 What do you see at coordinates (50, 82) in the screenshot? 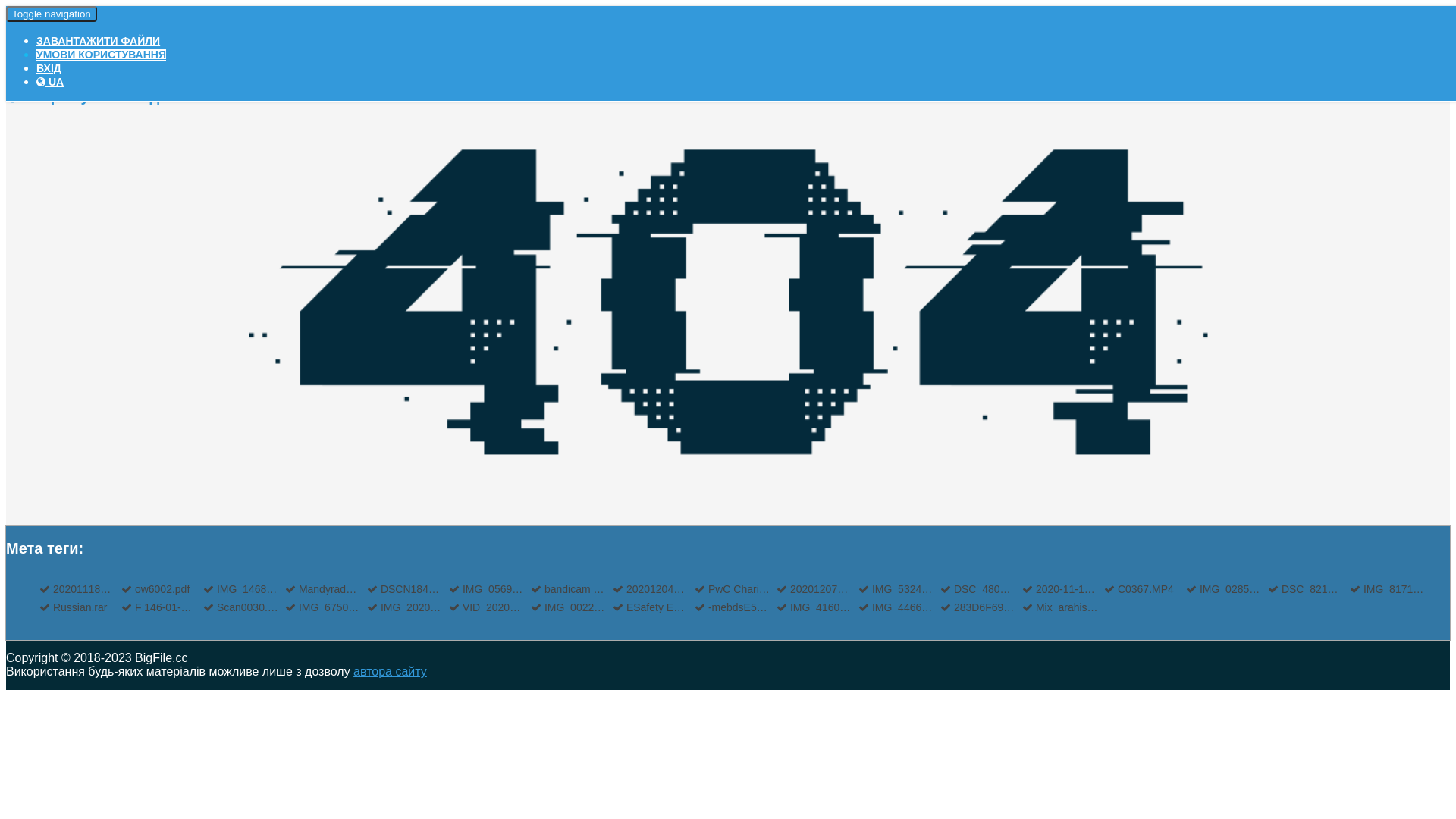
I see `'UA'` at bounding box center [50, 82].